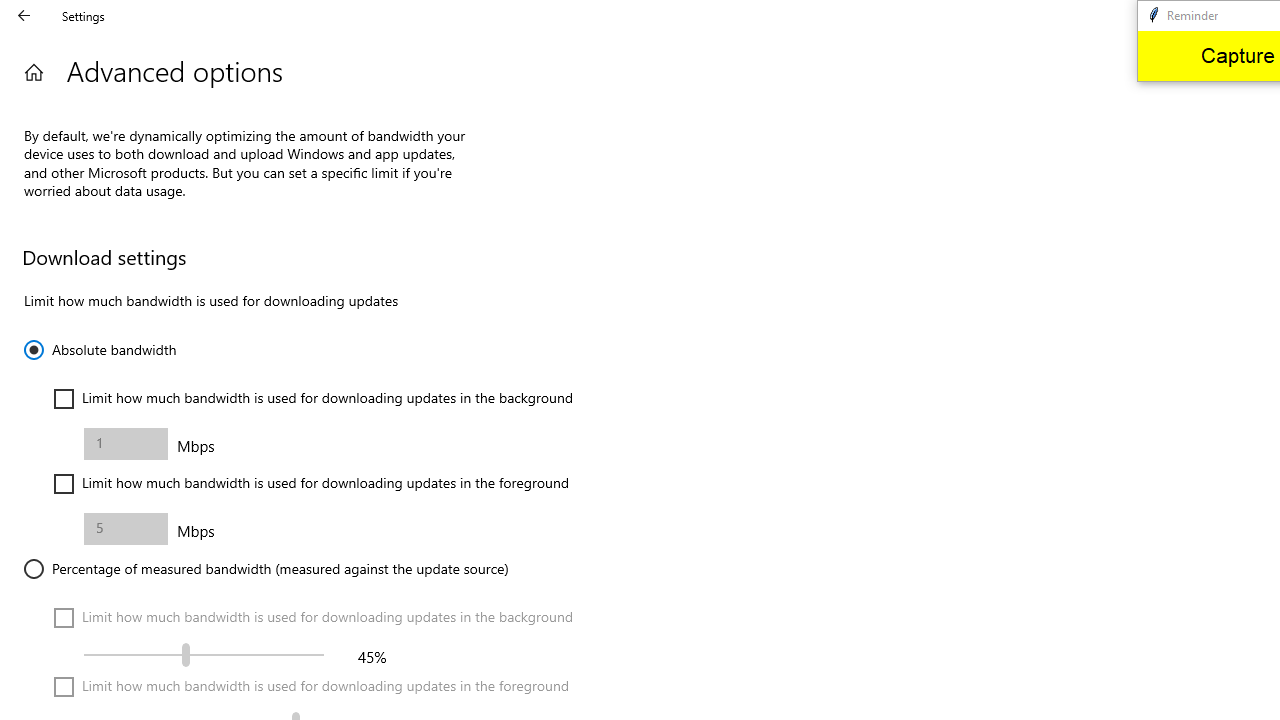 This screenshot has height=720, width=1280. What do you see at coordinates (99, 348) in the screenshot?
I see `'Absolute bandwidth'` at bounding box center [99, 348].